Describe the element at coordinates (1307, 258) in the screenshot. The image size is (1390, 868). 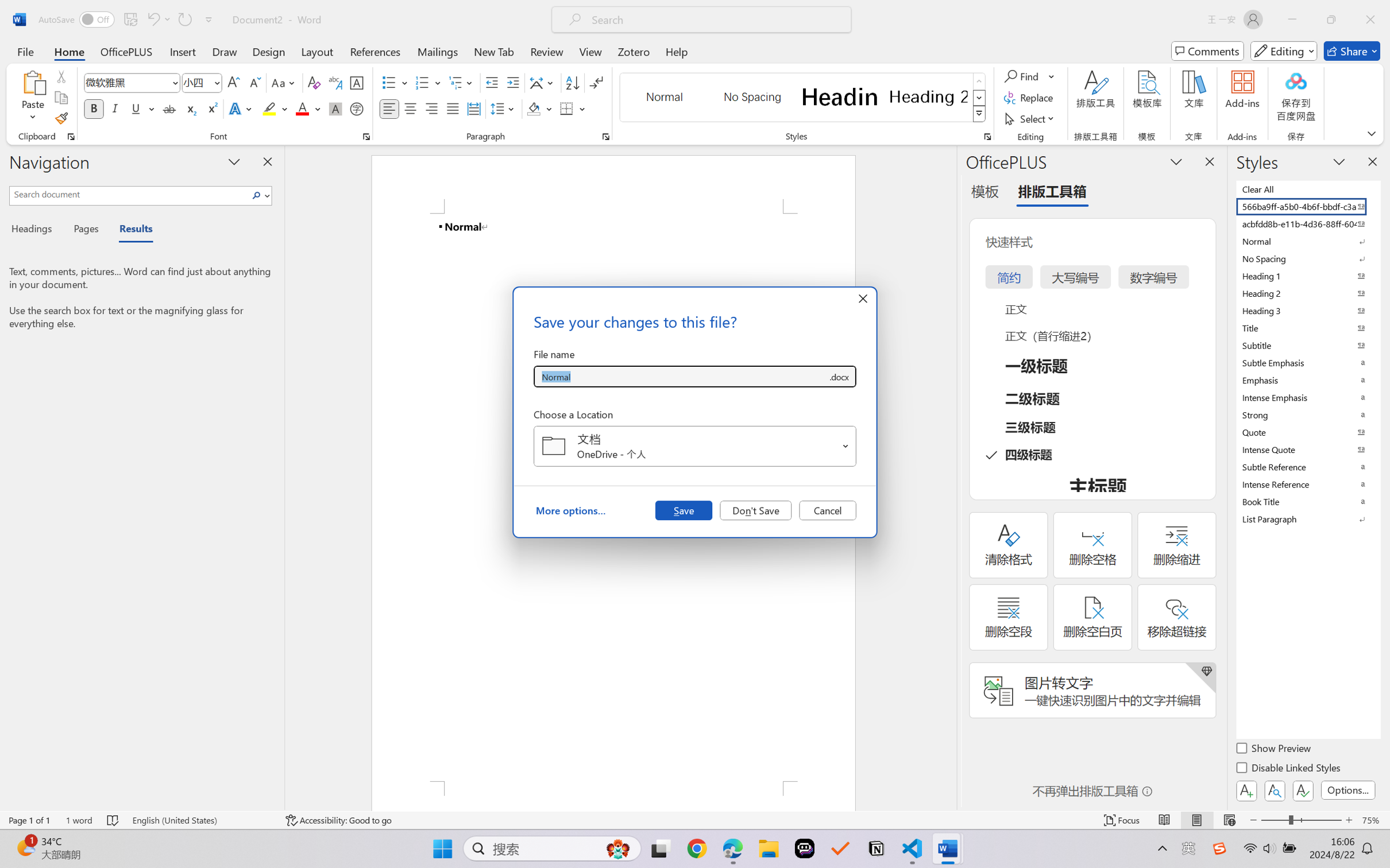
I see `'No Spacing'` at that location.